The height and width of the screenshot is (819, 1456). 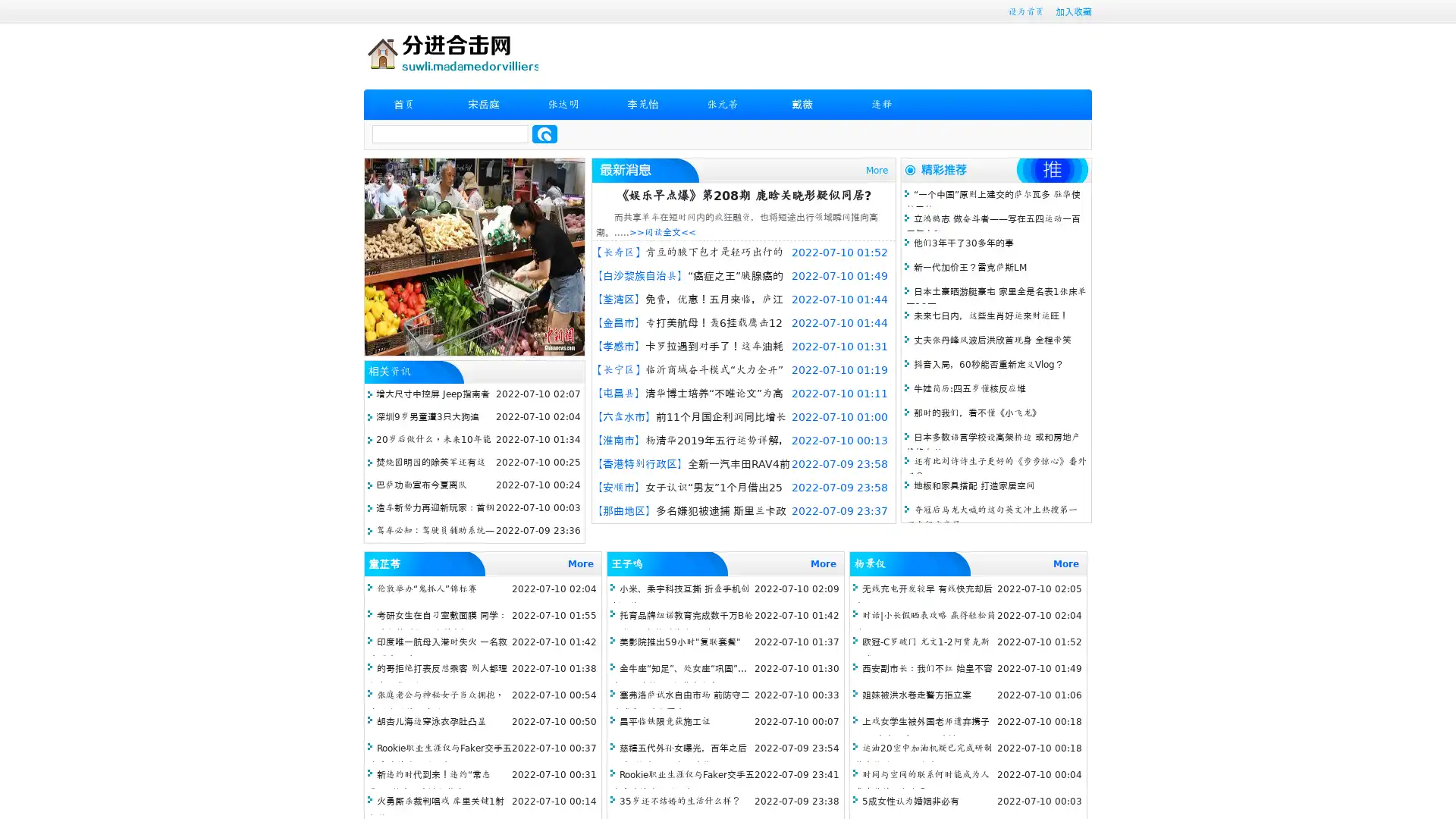 What do you see at coordinates (544, 133) in the screenshot?
I see `Search` at bounding box center [544, 133].